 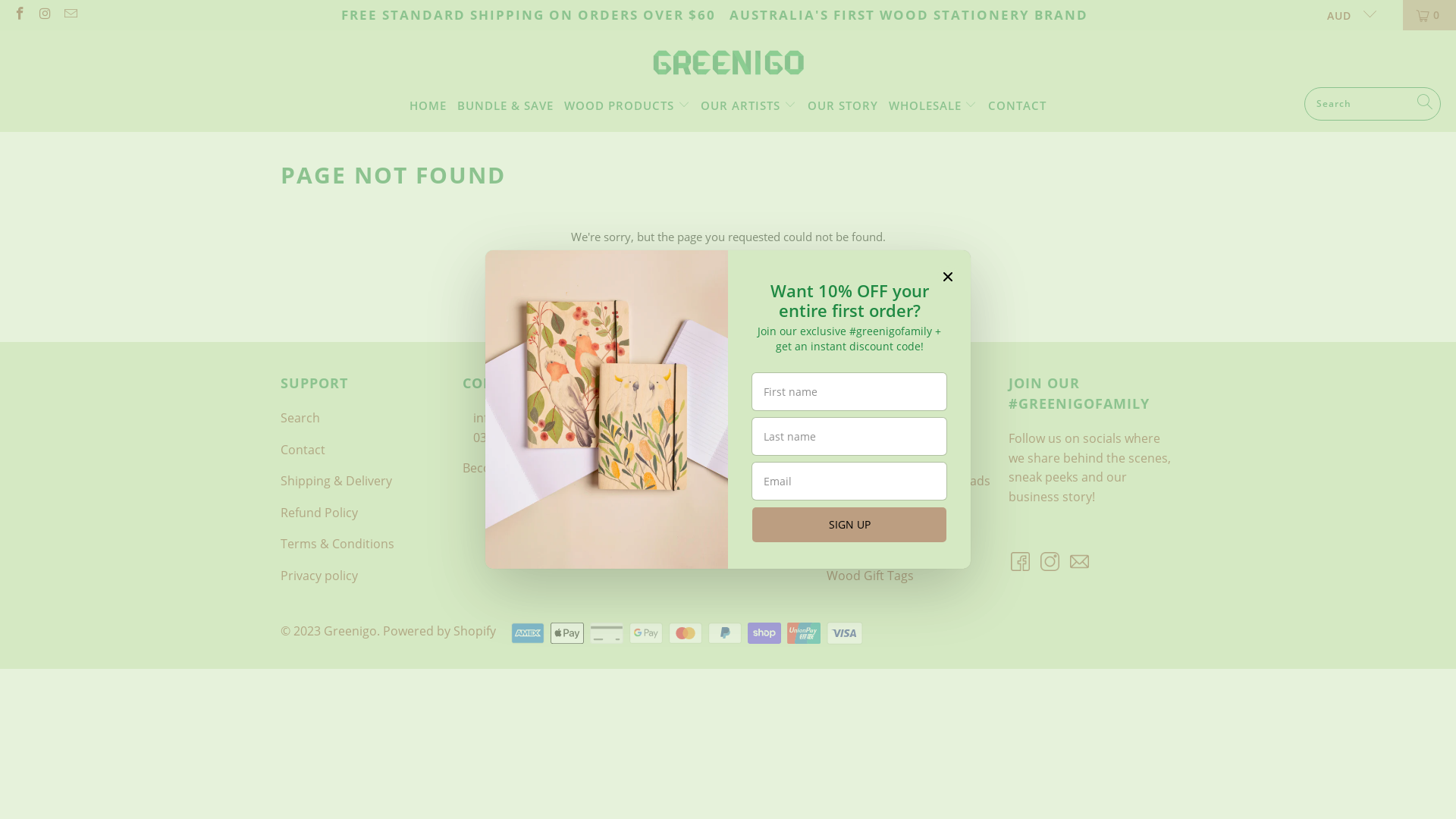 I want to click on 'Shipping & Delivery', so click(x=335, y=480).